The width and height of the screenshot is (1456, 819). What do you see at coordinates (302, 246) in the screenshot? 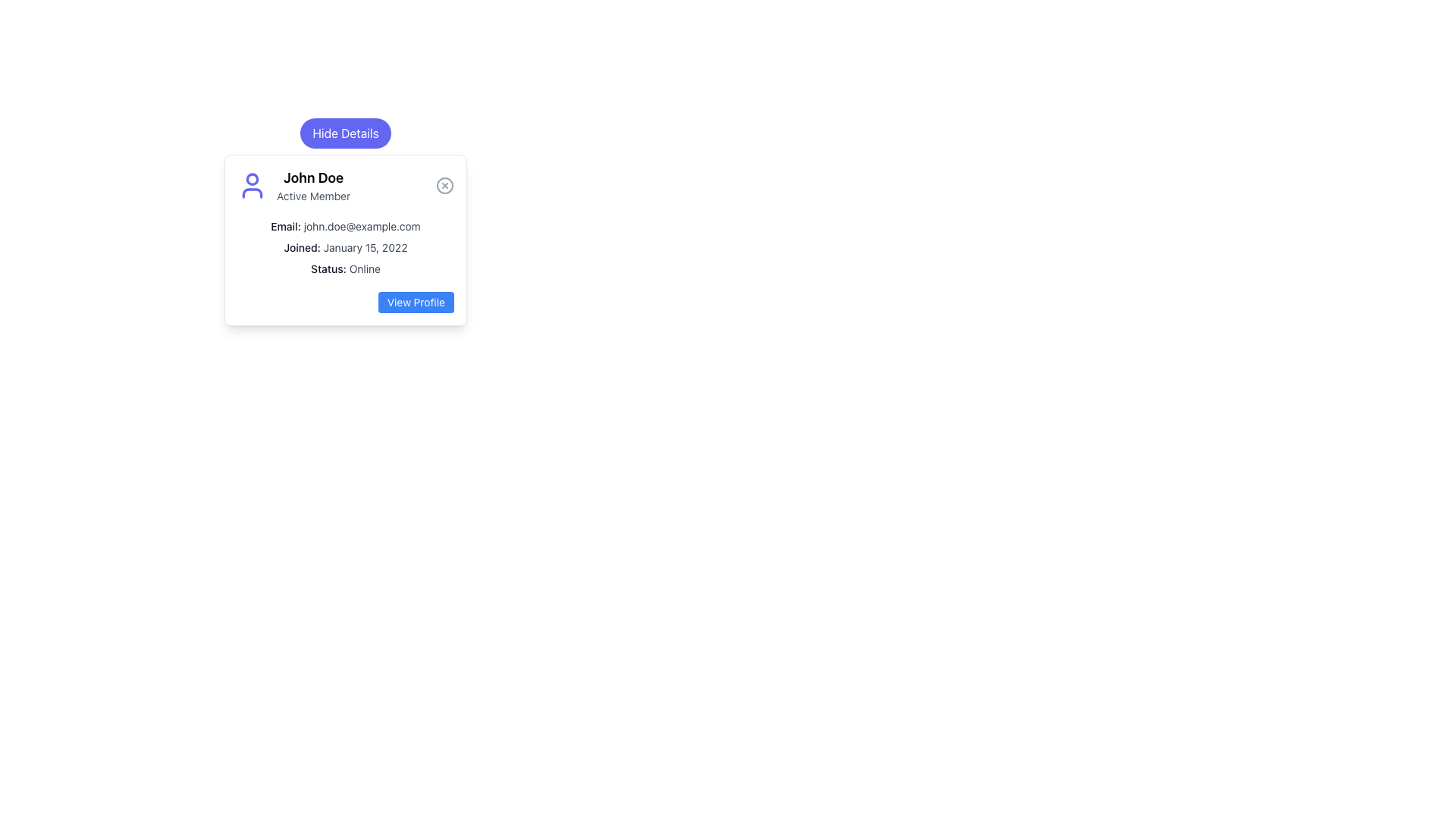
I see `the text label displaying 'Joined:' which is centrally located within the profile card, below the email information` at bounding box center [302, 246].